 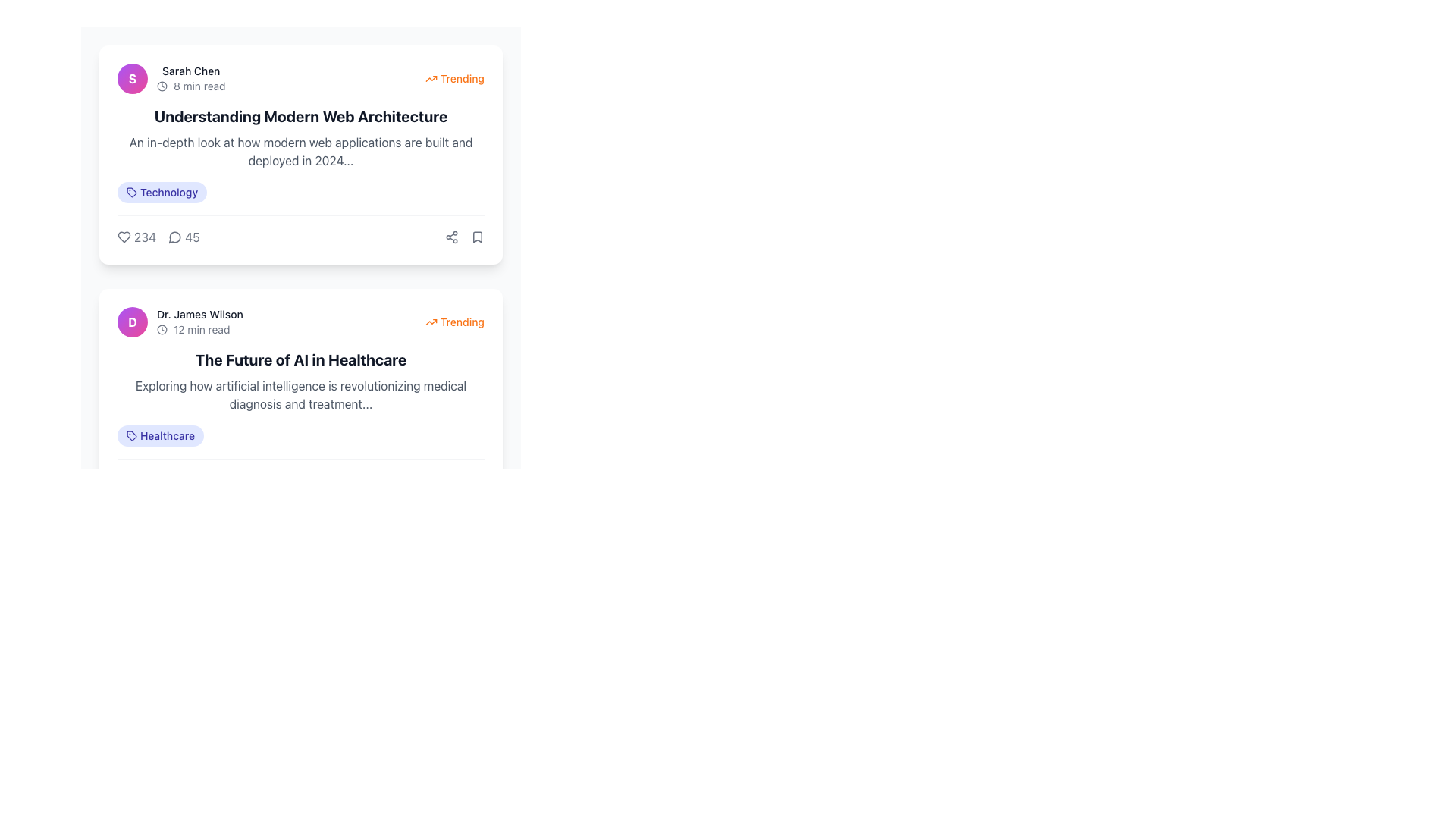 I want to click on the heart outline icon, which is styled with a thin stroke and rounded edges, positioned next to the count '234' in the lower area of an article card layout, so click(x=124, y=237).